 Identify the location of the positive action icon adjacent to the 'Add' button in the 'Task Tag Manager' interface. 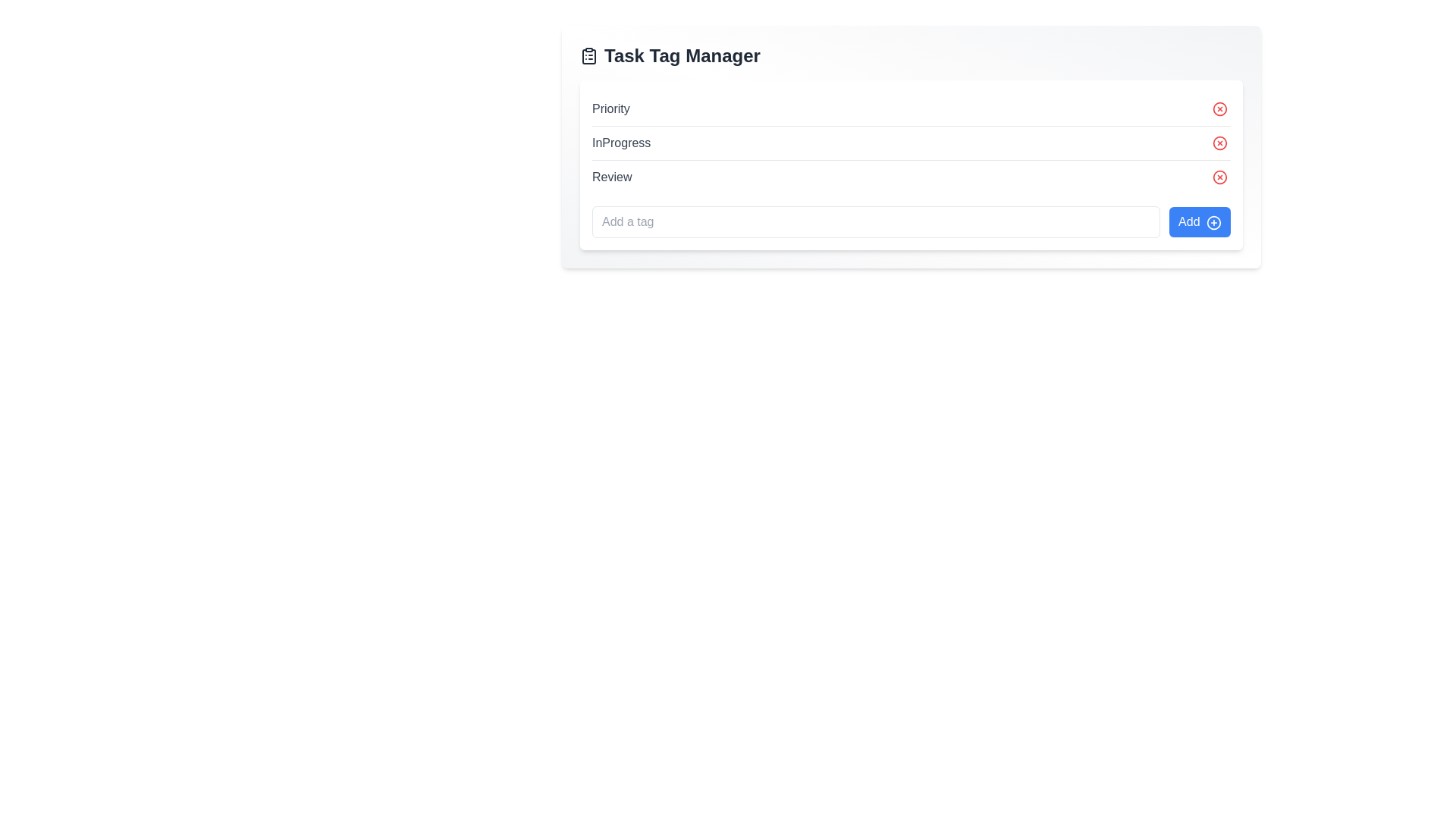
(1214, 222).